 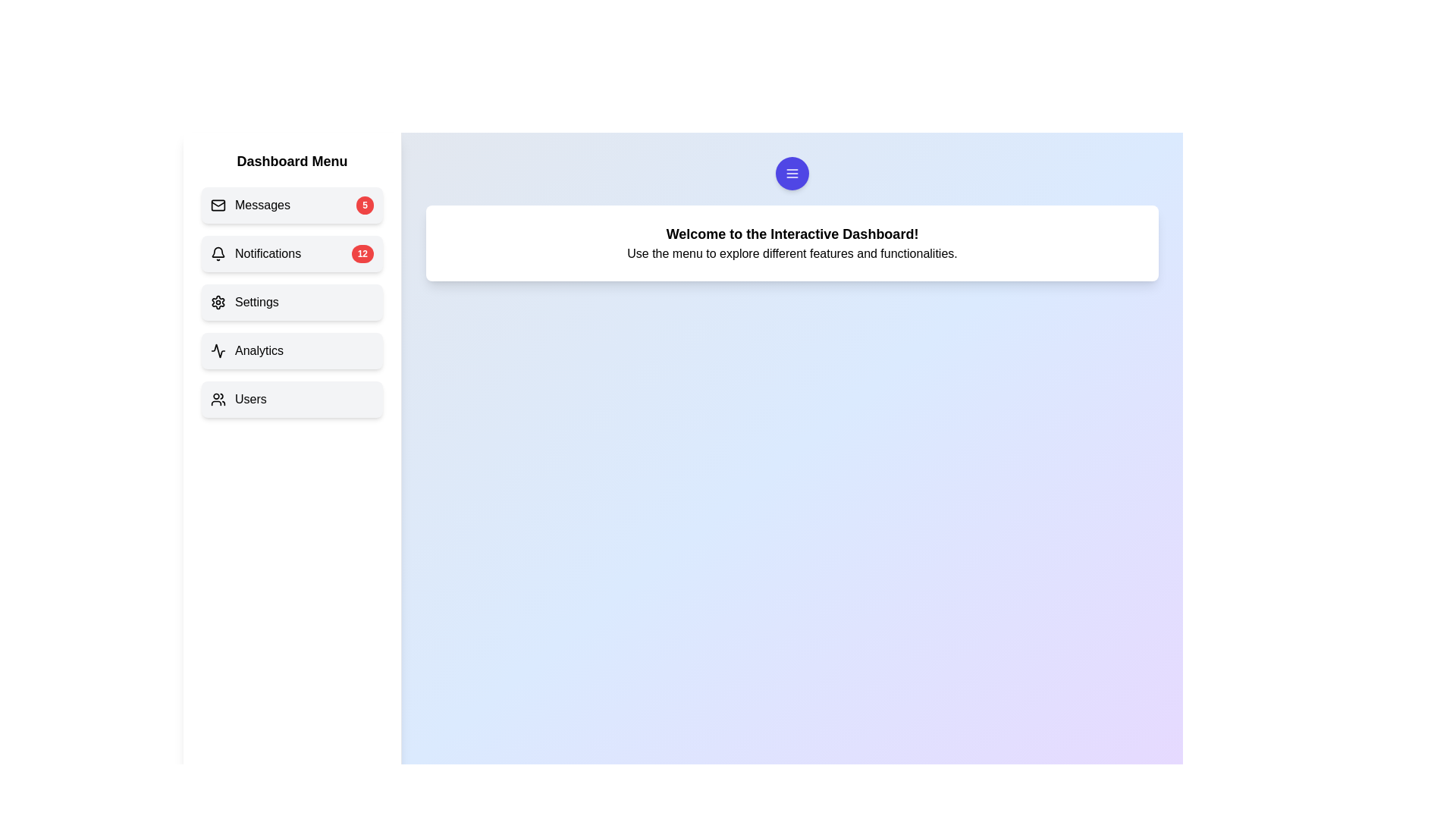 I want to click on the menu item Messages to navigate to its respective section, so click(x=292, y=205).